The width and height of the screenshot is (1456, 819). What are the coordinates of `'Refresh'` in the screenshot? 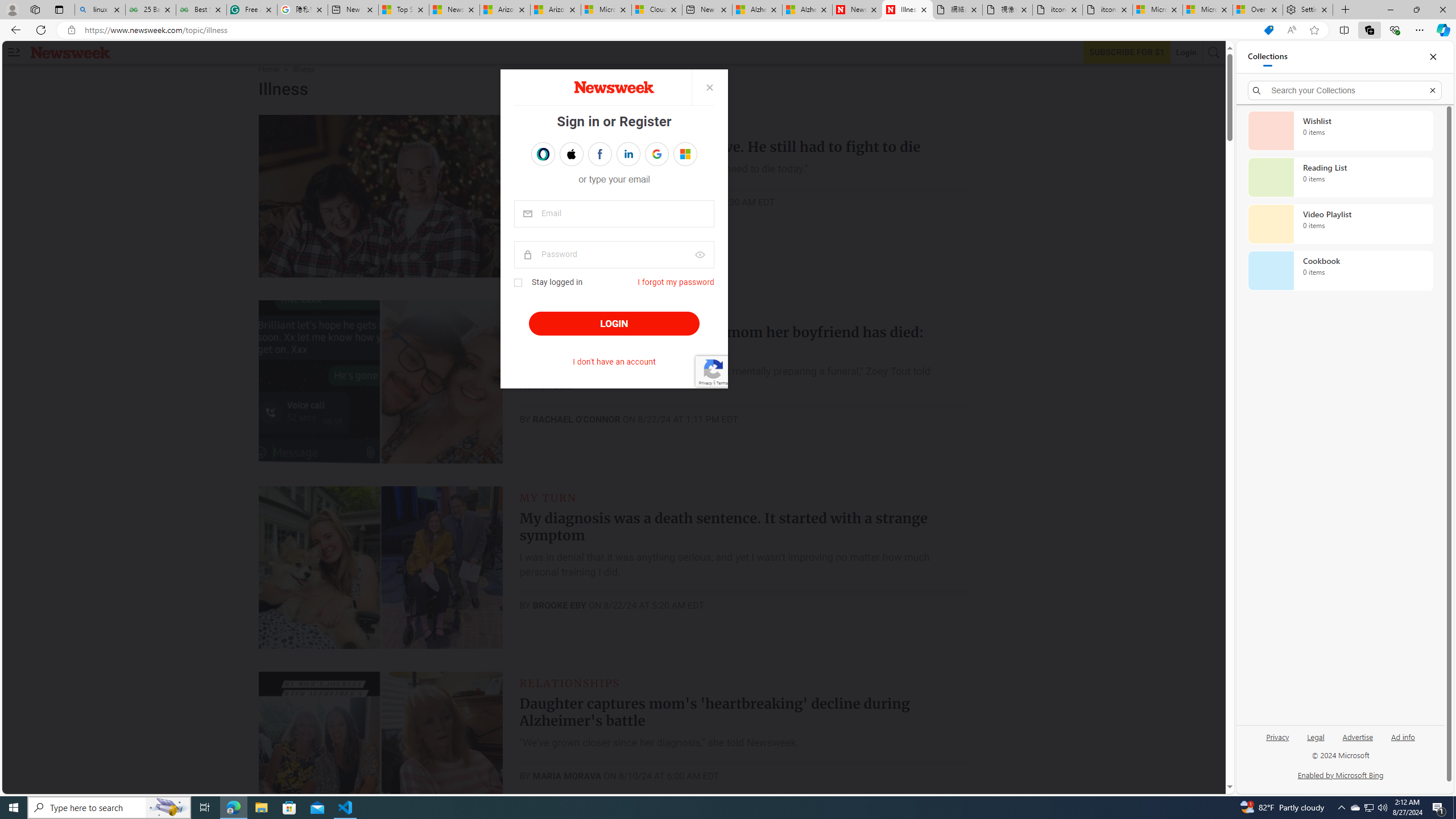 It's located at (40, 29).